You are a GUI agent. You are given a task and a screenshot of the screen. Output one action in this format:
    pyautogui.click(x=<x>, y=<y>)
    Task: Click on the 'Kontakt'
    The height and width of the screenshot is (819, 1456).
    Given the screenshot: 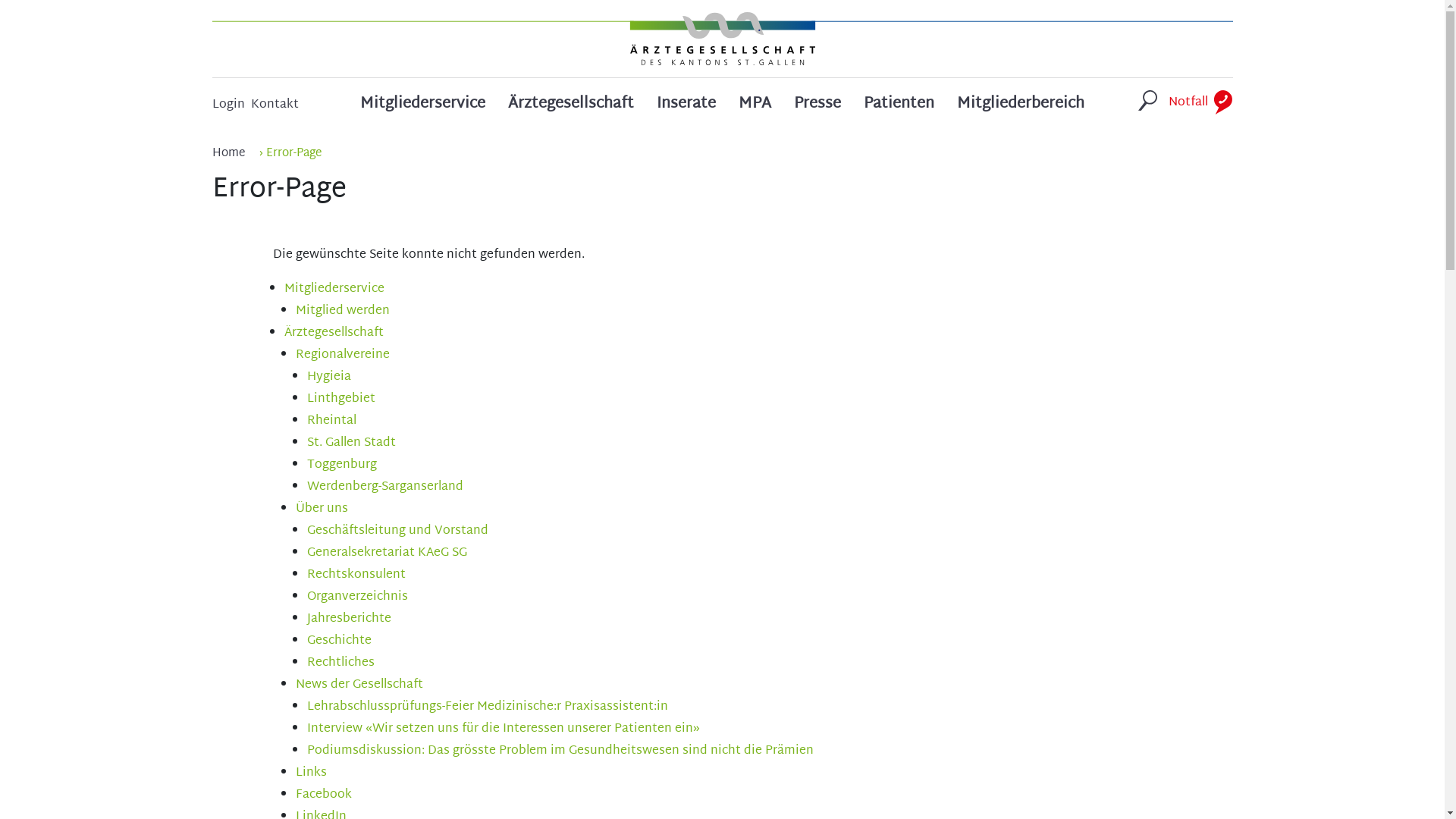 What is the action you would take?
    pyautogui.click(x=250, y=110)
    